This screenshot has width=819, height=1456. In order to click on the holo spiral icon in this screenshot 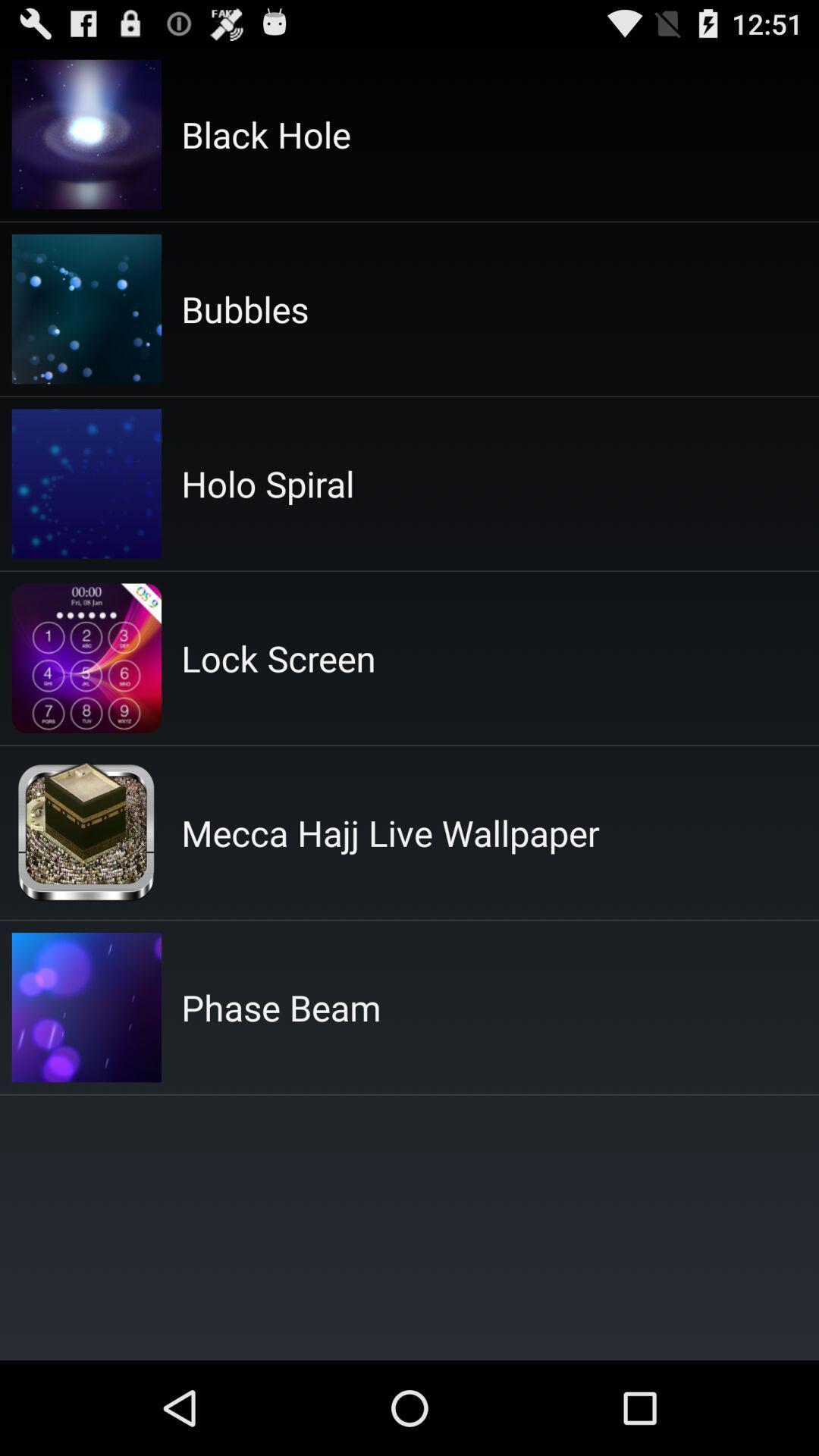, I will do `click(267, 482)`.